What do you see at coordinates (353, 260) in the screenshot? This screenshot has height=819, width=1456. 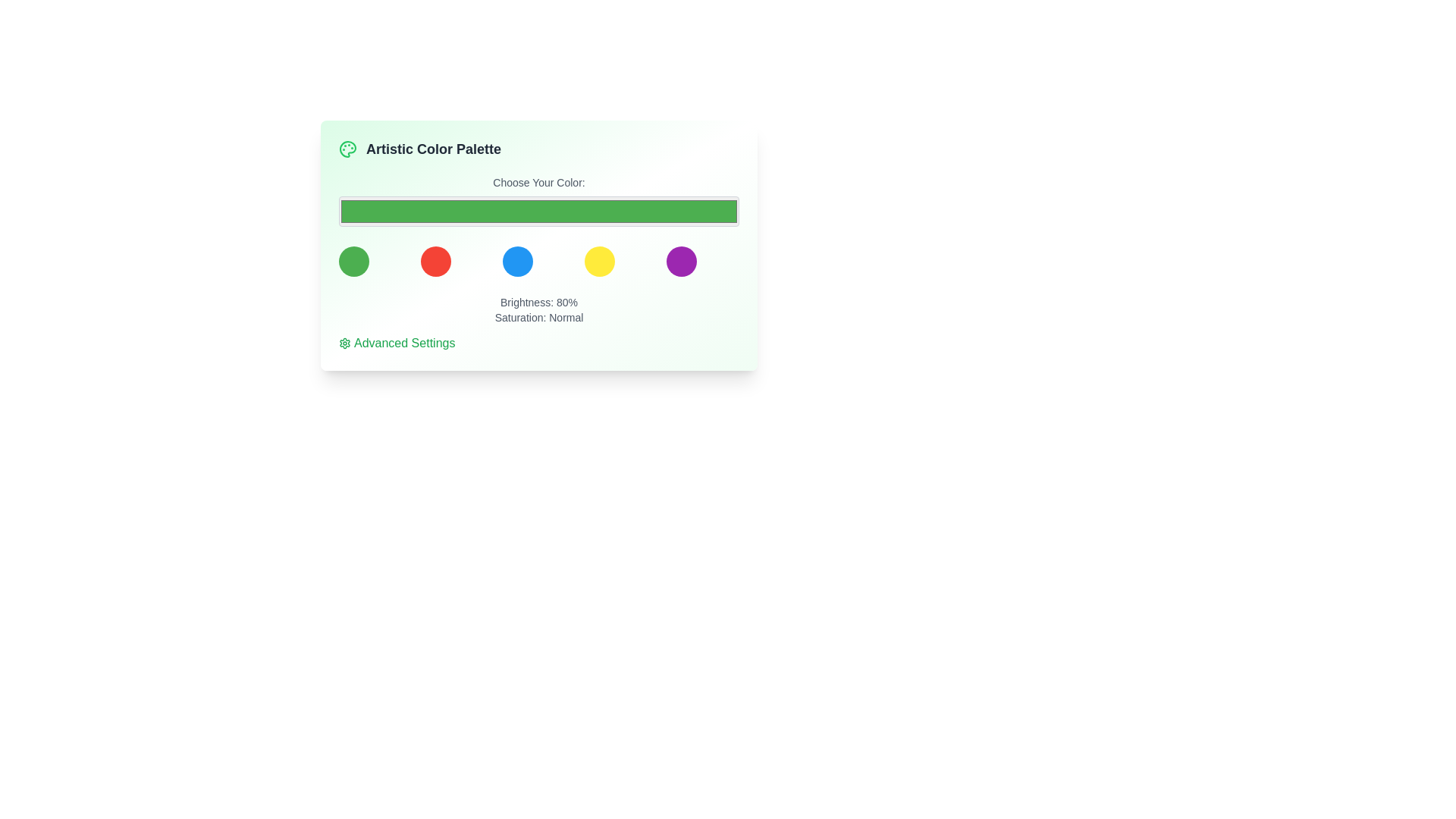 I see `the selectable circular button with a green background located as the first item in a horizontal grid layout to observe the border change` at bounding box center [353, 260].